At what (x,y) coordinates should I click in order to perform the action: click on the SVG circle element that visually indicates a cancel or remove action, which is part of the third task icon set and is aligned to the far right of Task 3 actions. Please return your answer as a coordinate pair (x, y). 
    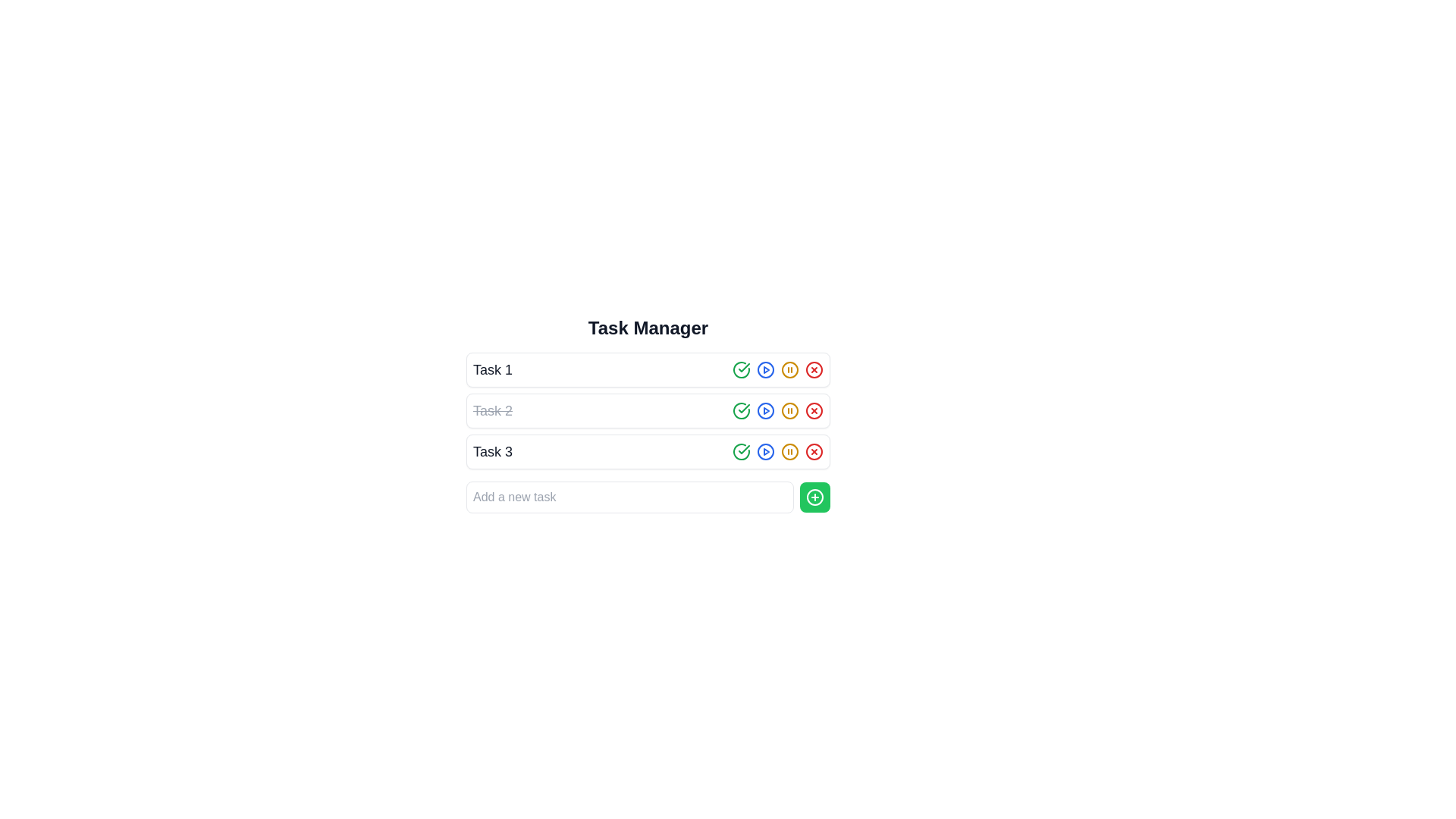
    Looking at the image, I should click on (814, 451).